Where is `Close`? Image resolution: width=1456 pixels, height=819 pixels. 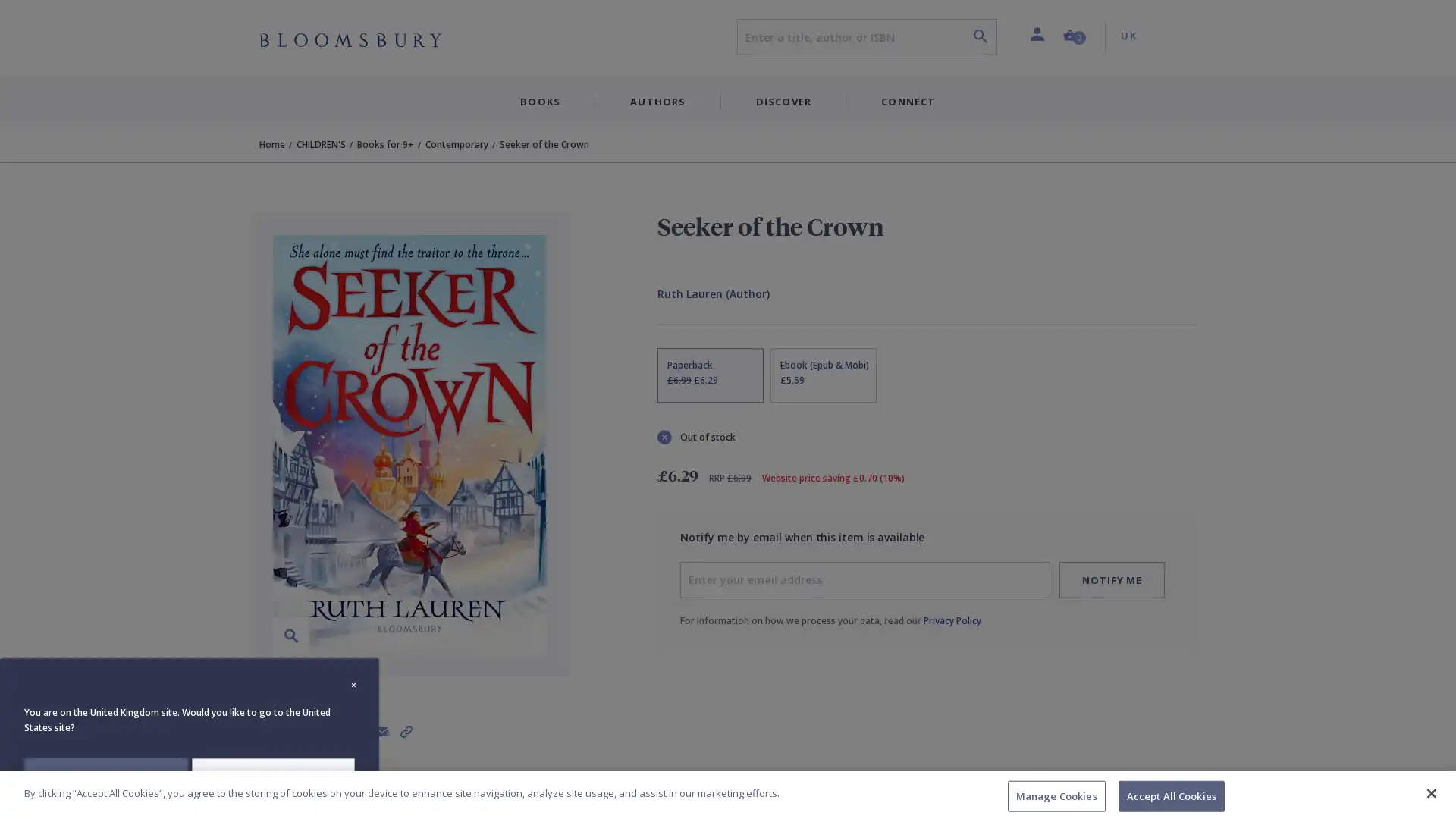
Close is located at coordinates (1430, 792).